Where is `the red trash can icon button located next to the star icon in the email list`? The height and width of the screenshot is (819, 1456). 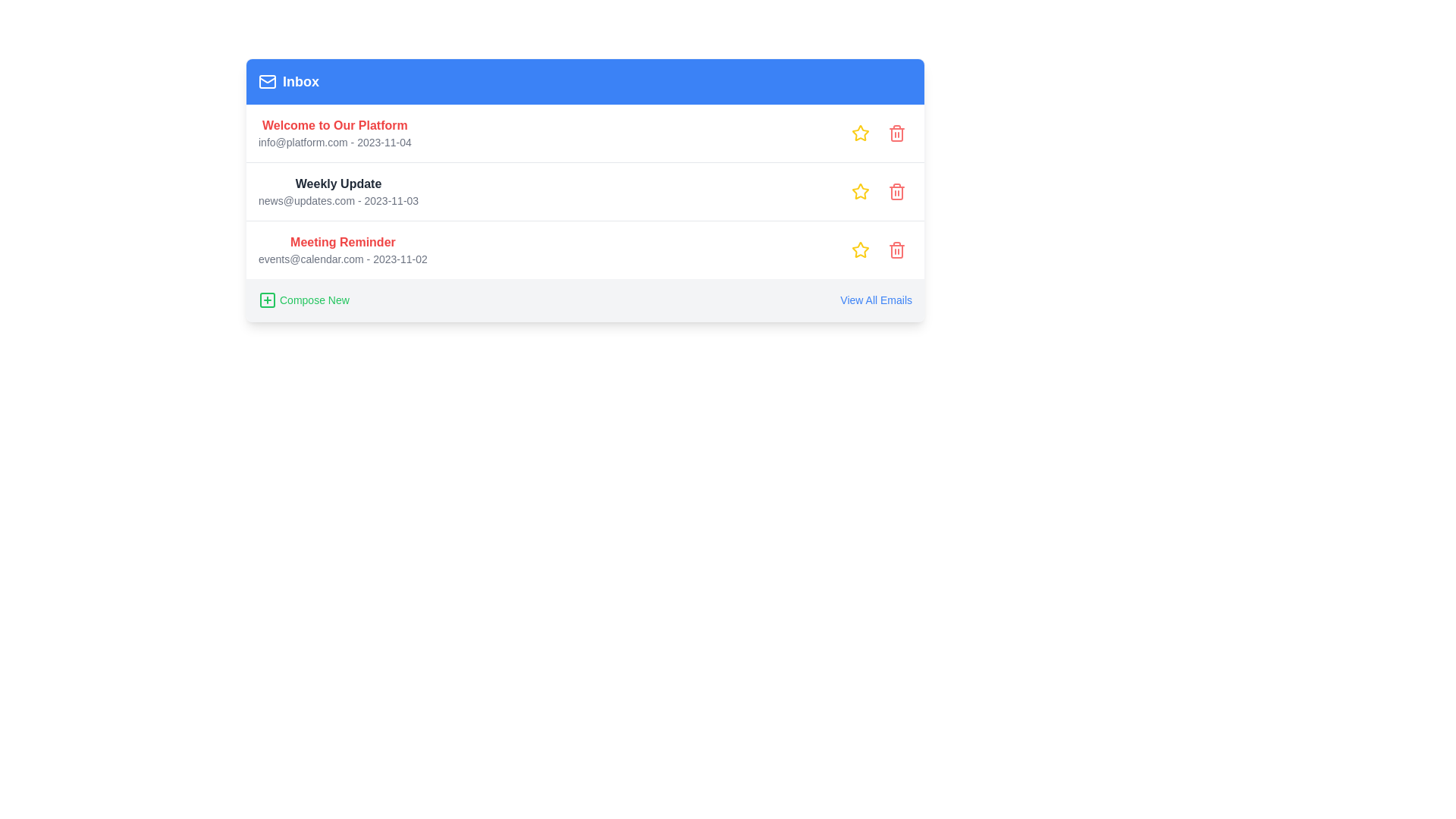 the red trash can icon button located next to the star icon in the email list is located at coordinates (896, 191).